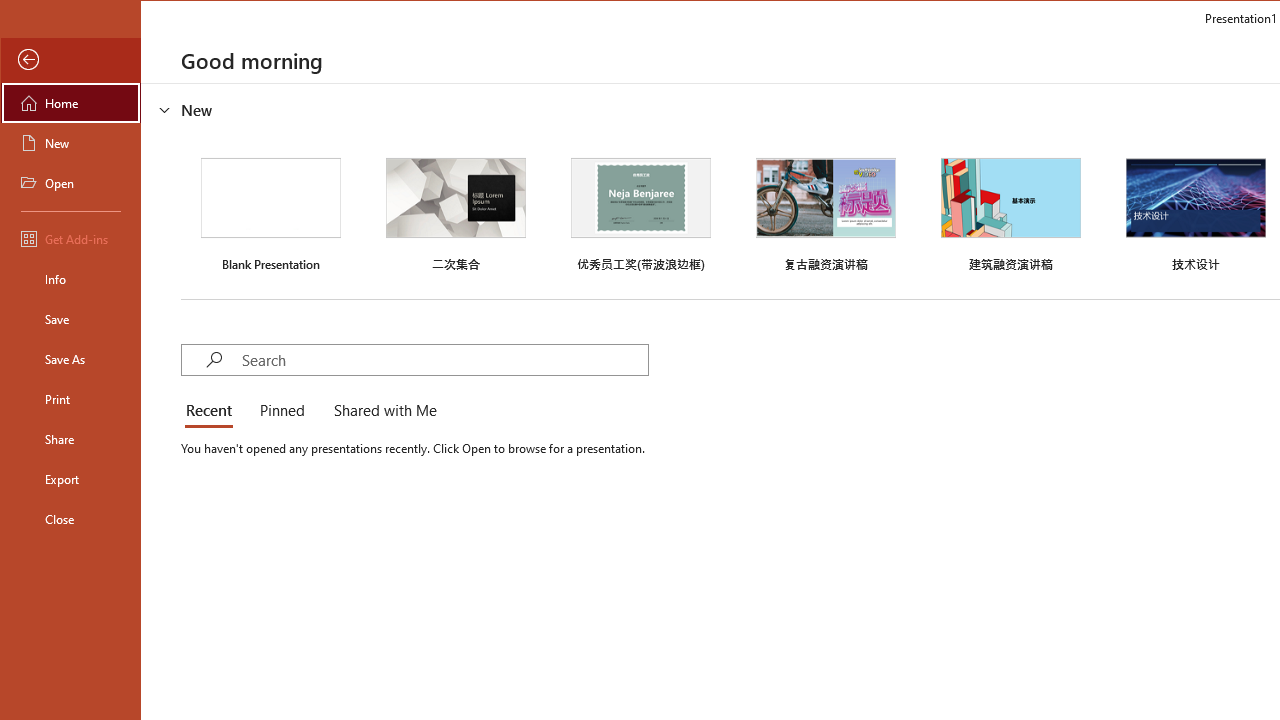 The width and height of the screenshot is (1280, 720). I want to click on 'Print', so click(71, 398).